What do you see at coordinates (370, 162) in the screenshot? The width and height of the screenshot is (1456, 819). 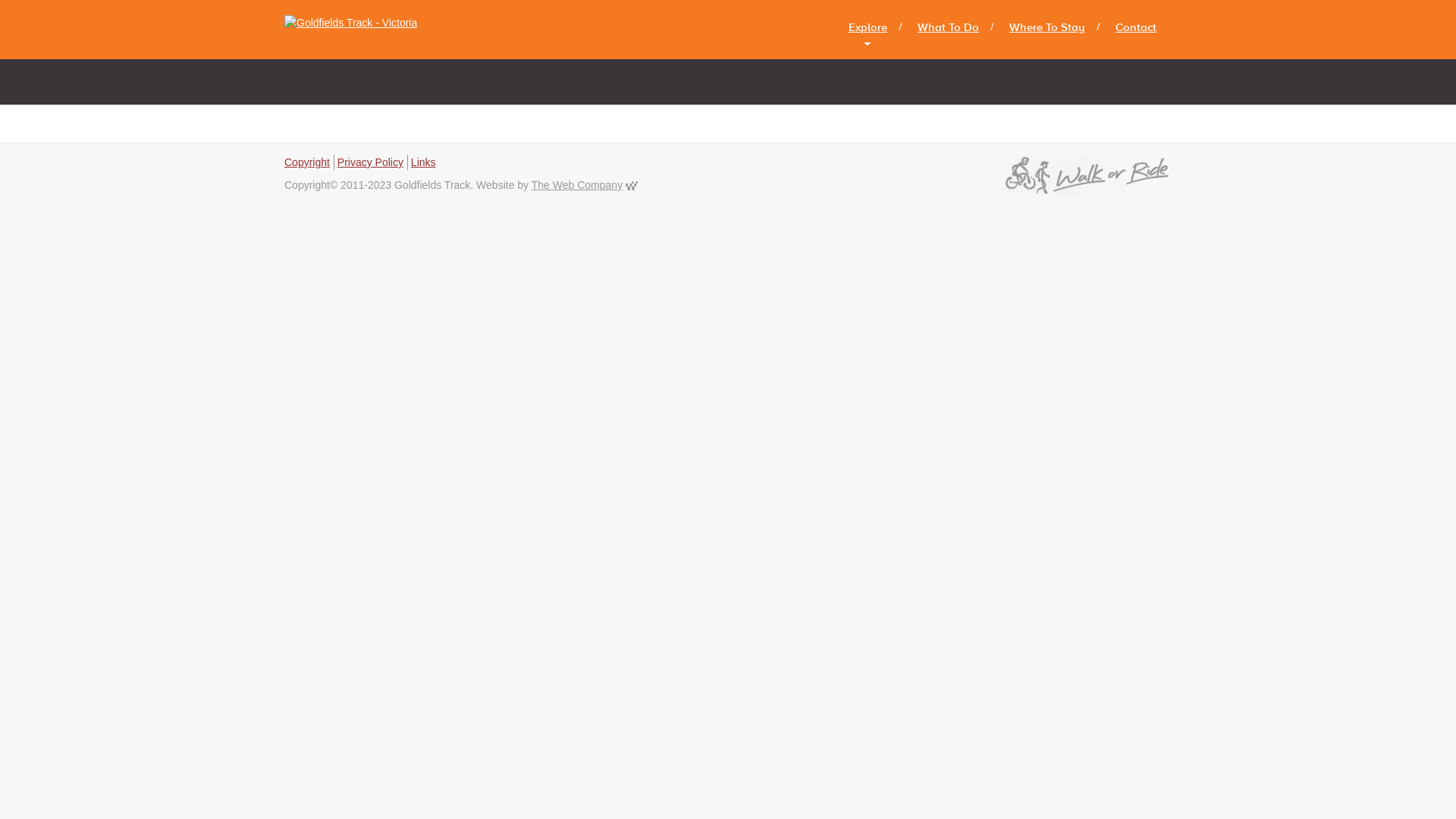 I see `'Privacy Policy'` at bounding box center [370, 162].